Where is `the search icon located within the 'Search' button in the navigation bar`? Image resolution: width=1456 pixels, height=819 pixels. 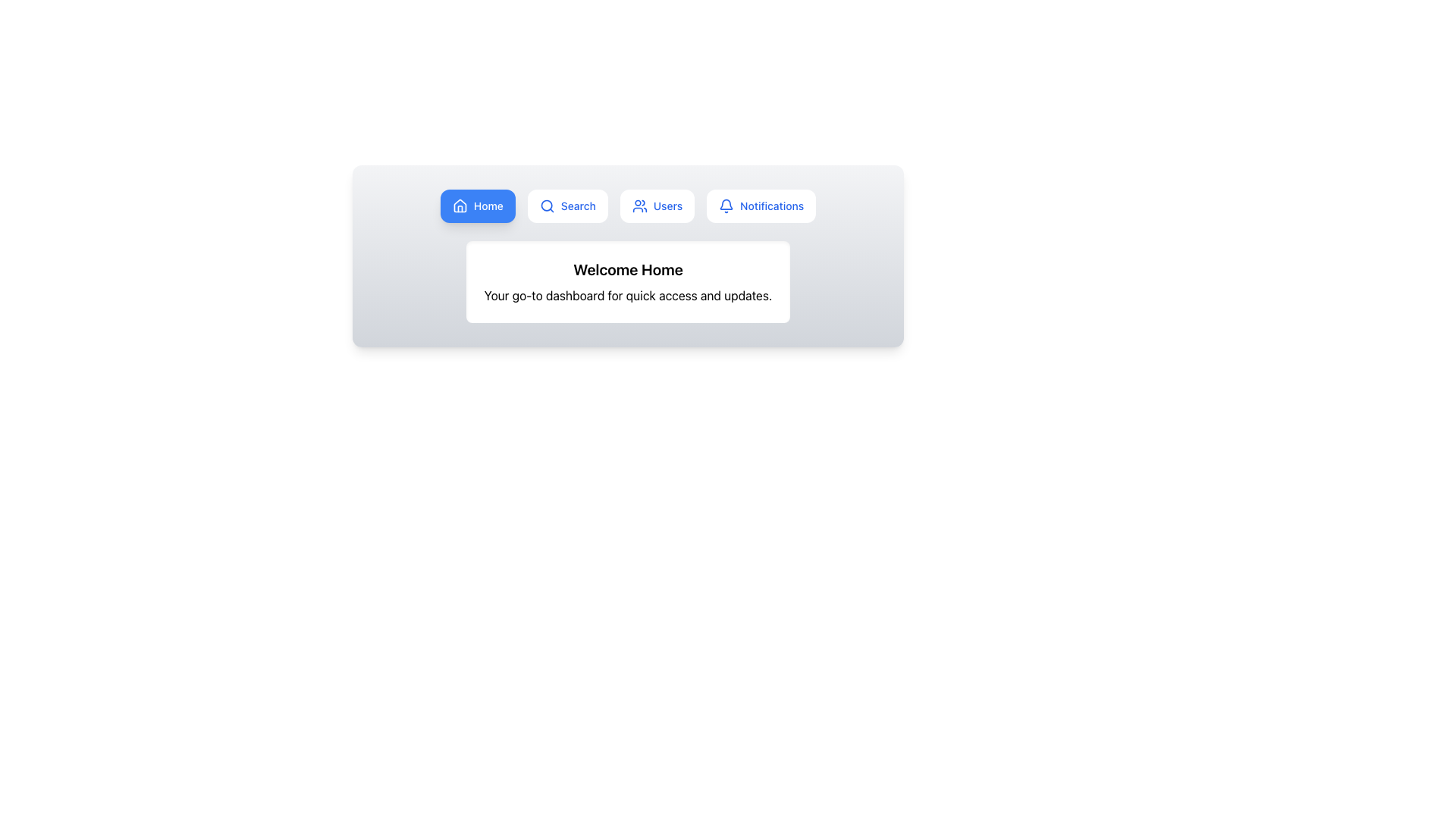 the search icon located within the 'Search' button in the navigation bar is located at coordinates (546, 206).